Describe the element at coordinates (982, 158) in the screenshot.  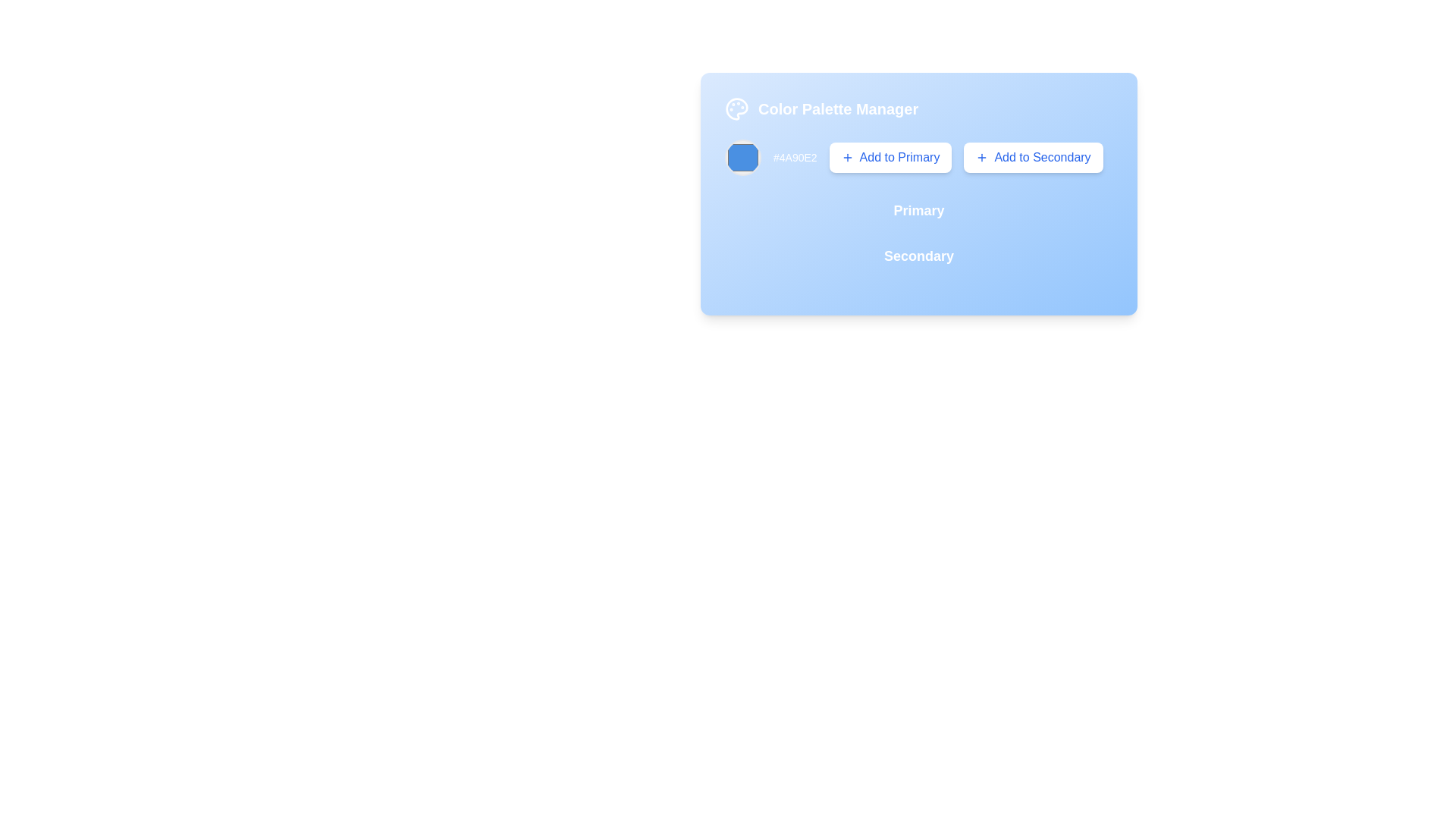
I see `the 'Add to Secondary' button, which features a small plus icon in its top-right corner` at that location.